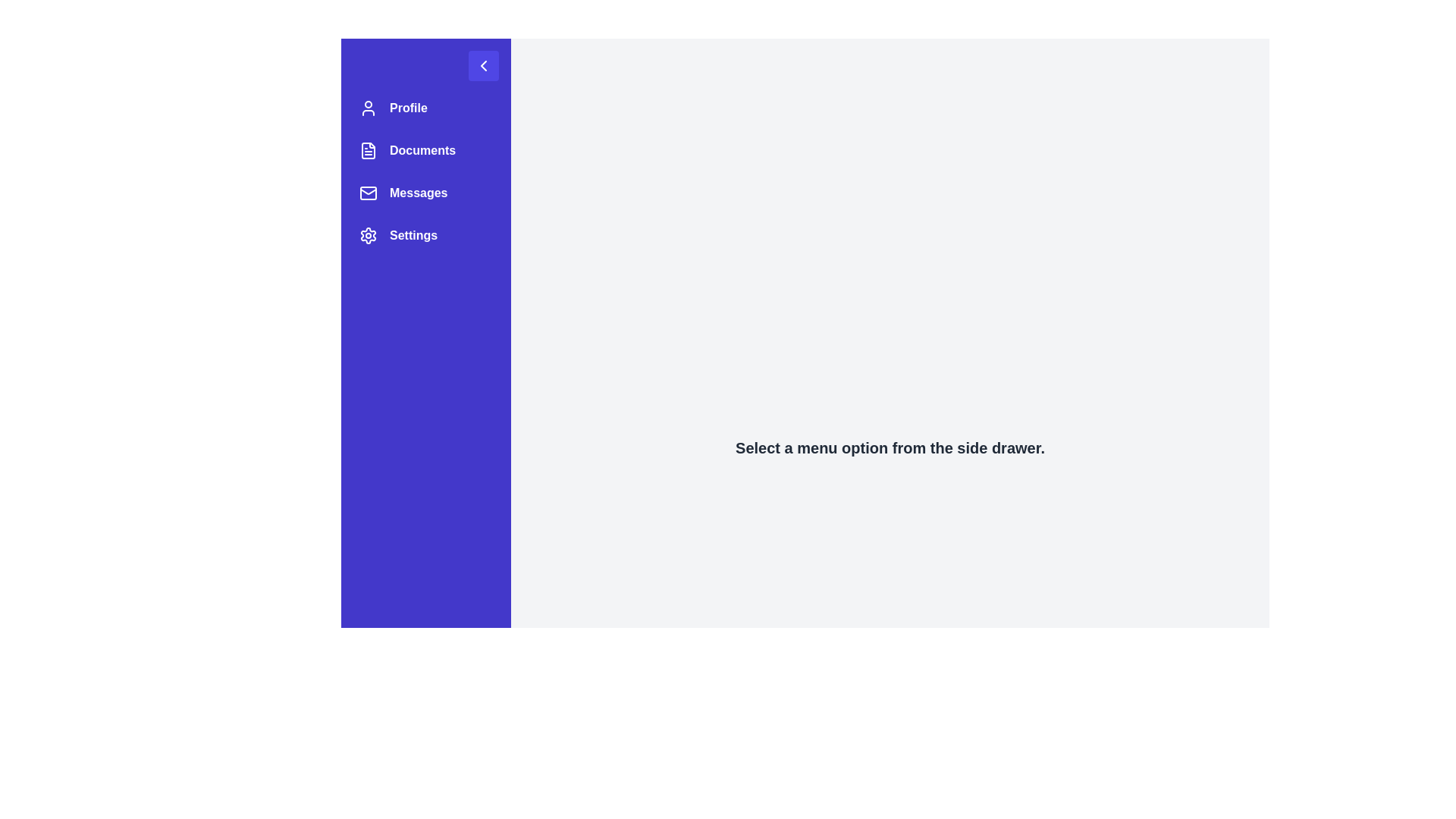 Image resolution: width=1456 pixels, height=819 pixels. What do you see at coordinates (425, 151) in the screenshot?
I see `the 'Documents' interactive menu item, which is located in the left navigation bar, positioned below 'Profile' and above 'Messages'` at bounding box center [425, 151].